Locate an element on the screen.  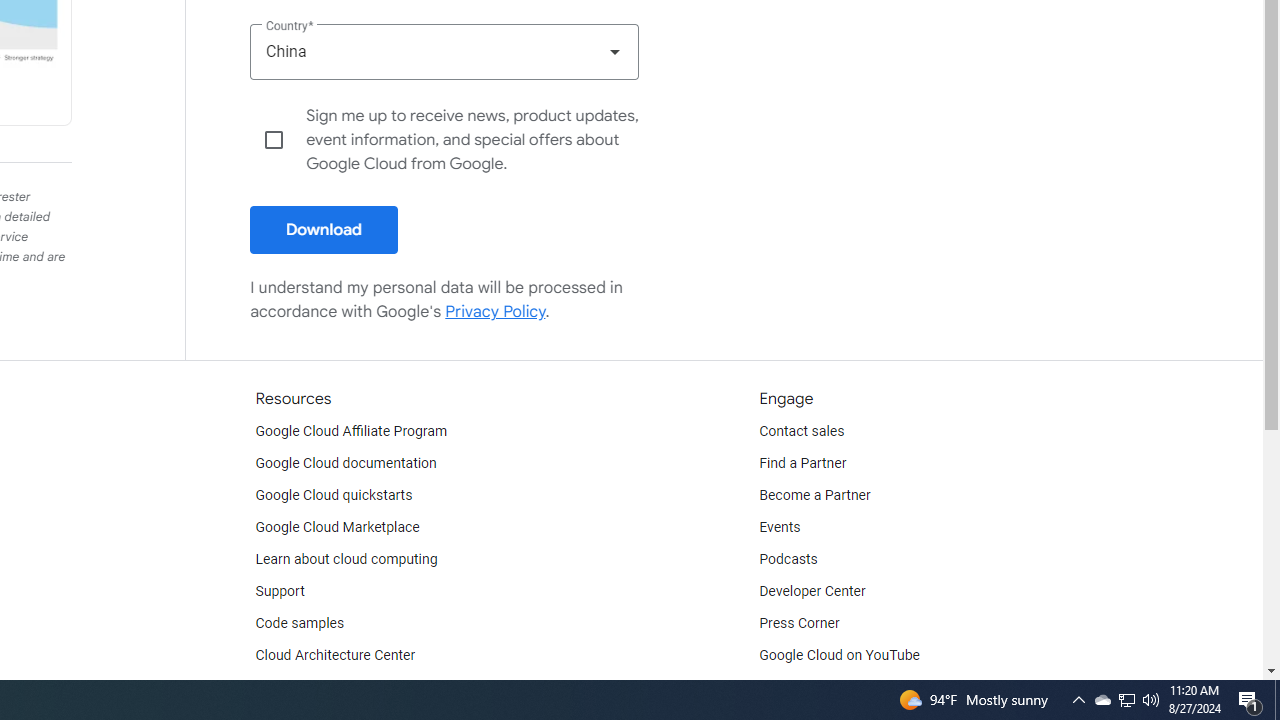
'Country China' is located at coordinates (443, 50).